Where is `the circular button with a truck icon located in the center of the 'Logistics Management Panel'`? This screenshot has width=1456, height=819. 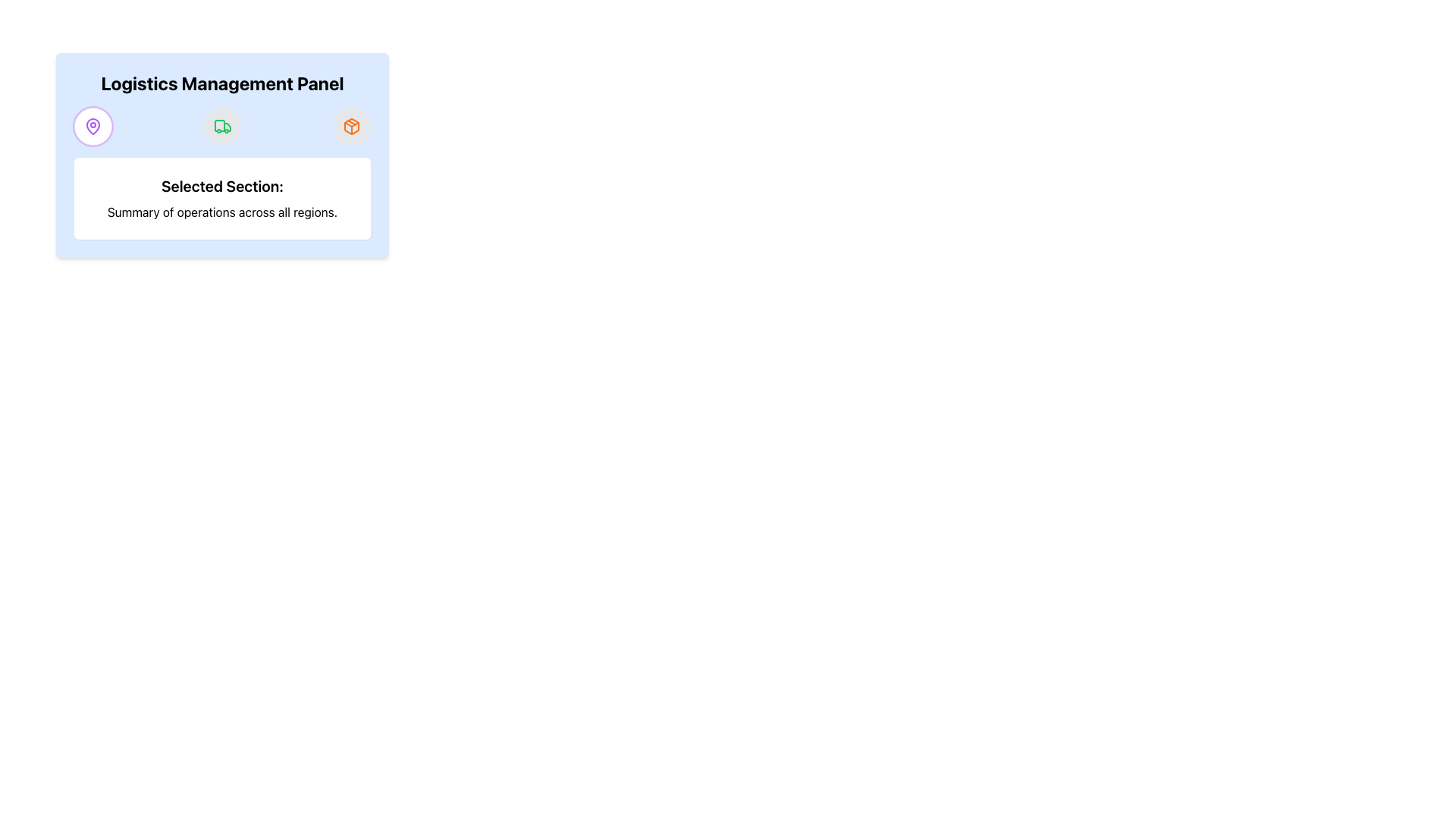
the circular button with a truck icon located in the center of the 'Logistics Management Panel' is located at coordinates (221, 125).